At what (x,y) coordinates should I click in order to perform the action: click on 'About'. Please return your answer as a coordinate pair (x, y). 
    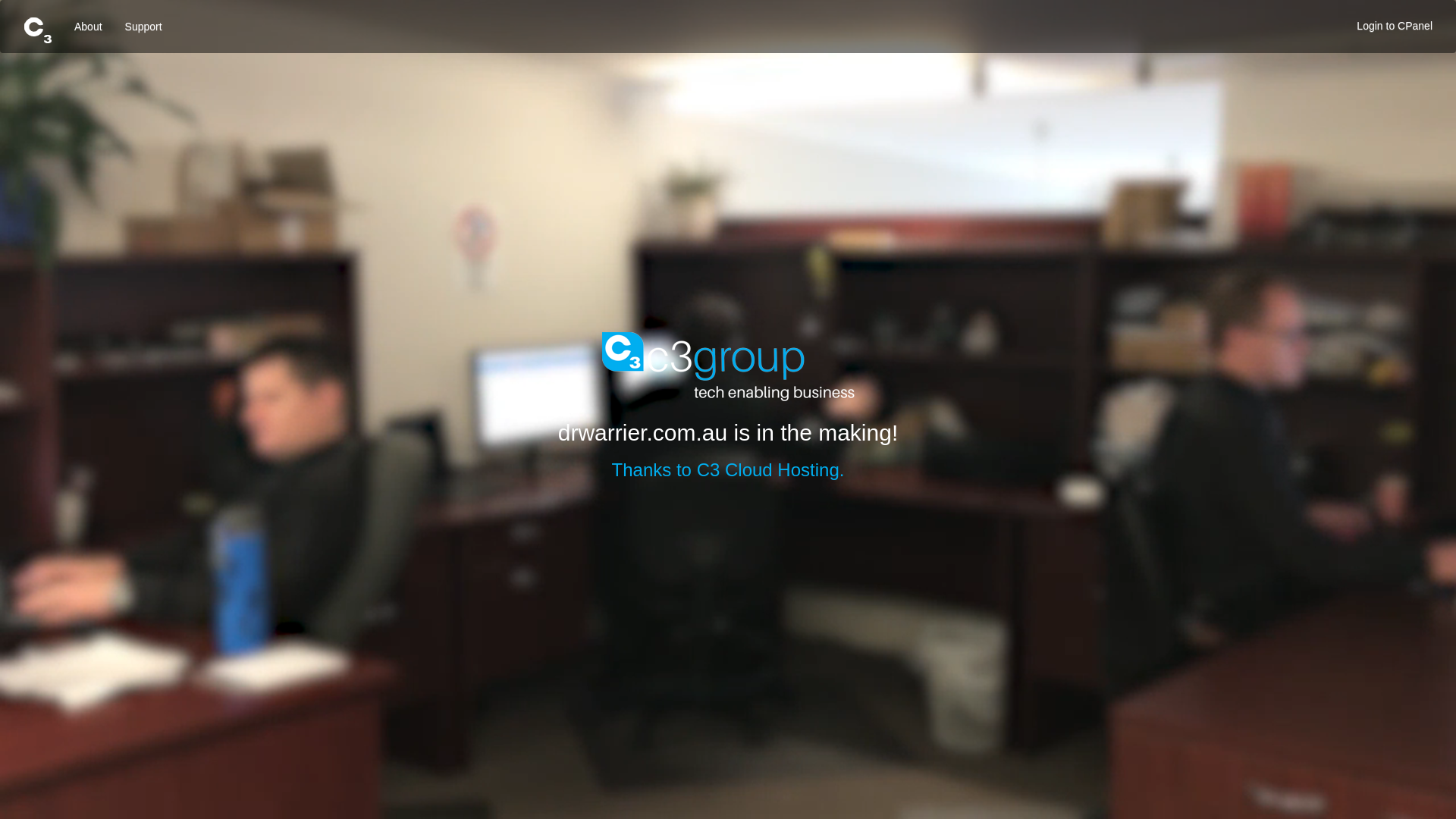
    Looking at the image, I should click on (87, 26).